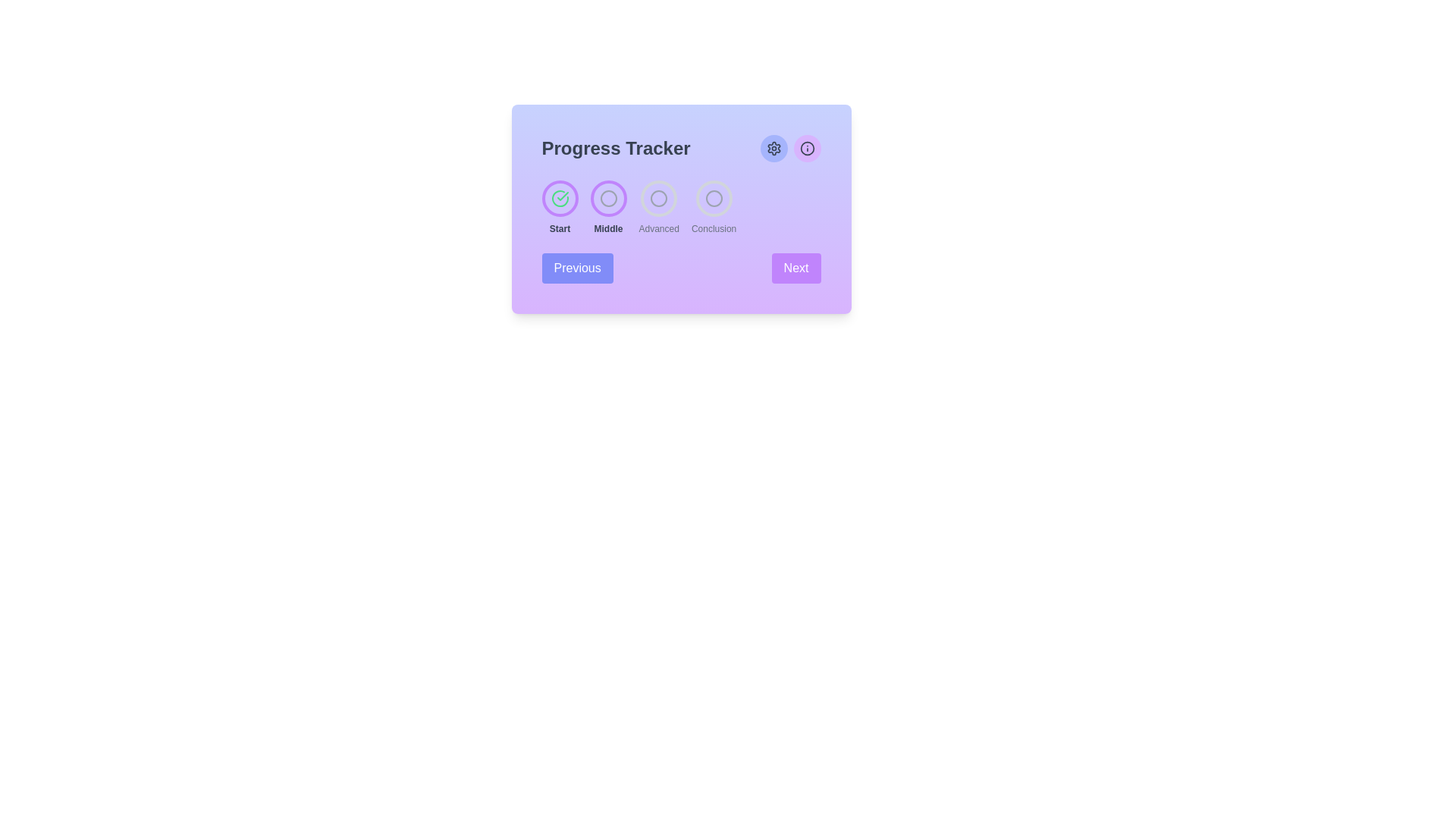  Describe the element at coordinates (789, 149) in the screenshot. I see `the information button located in the cluster of interactive rounded buttons to the right of the 'Progress Tracker' title` at that location.